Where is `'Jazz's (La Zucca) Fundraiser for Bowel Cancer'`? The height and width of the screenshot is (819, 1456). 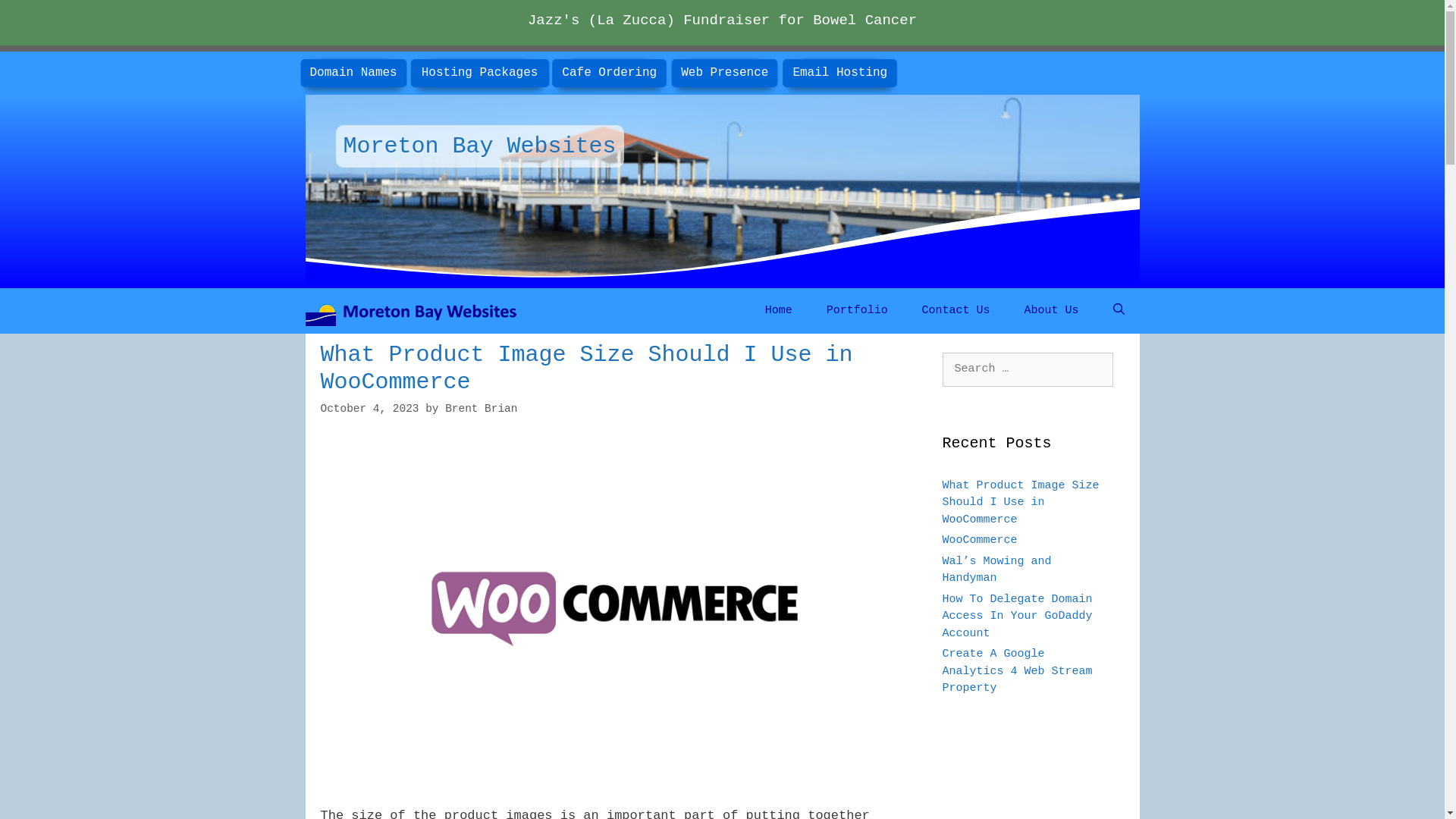 'Jazz's (La Zucca) Fundraiser for Bowel Cancer' is located at coordinates (721, 20).